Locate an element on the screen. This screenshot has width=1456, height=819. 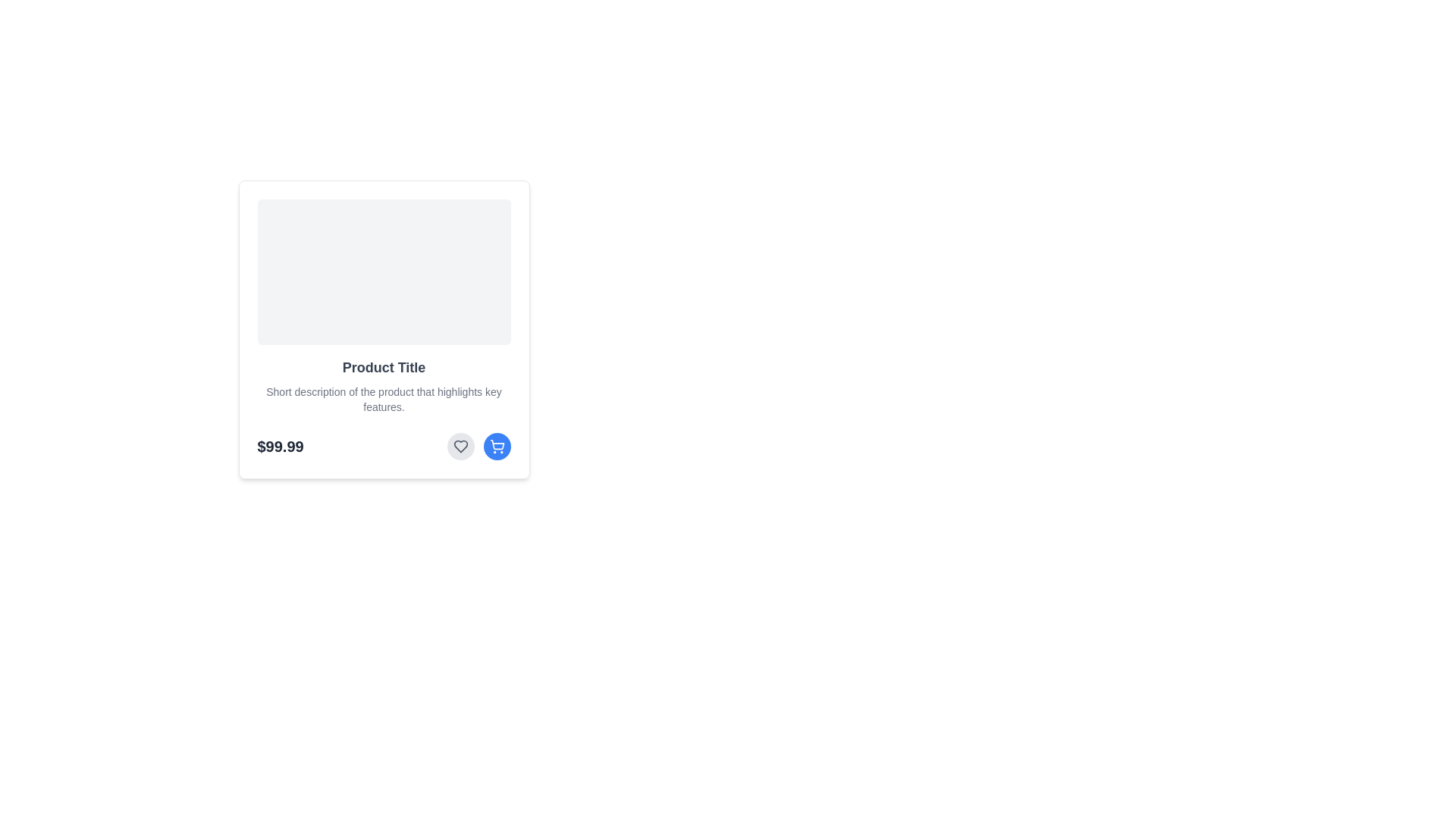
the shopping cart icon within the blue circular button located at the bottom-right corner of the product card is located at coordinates (497, 446).